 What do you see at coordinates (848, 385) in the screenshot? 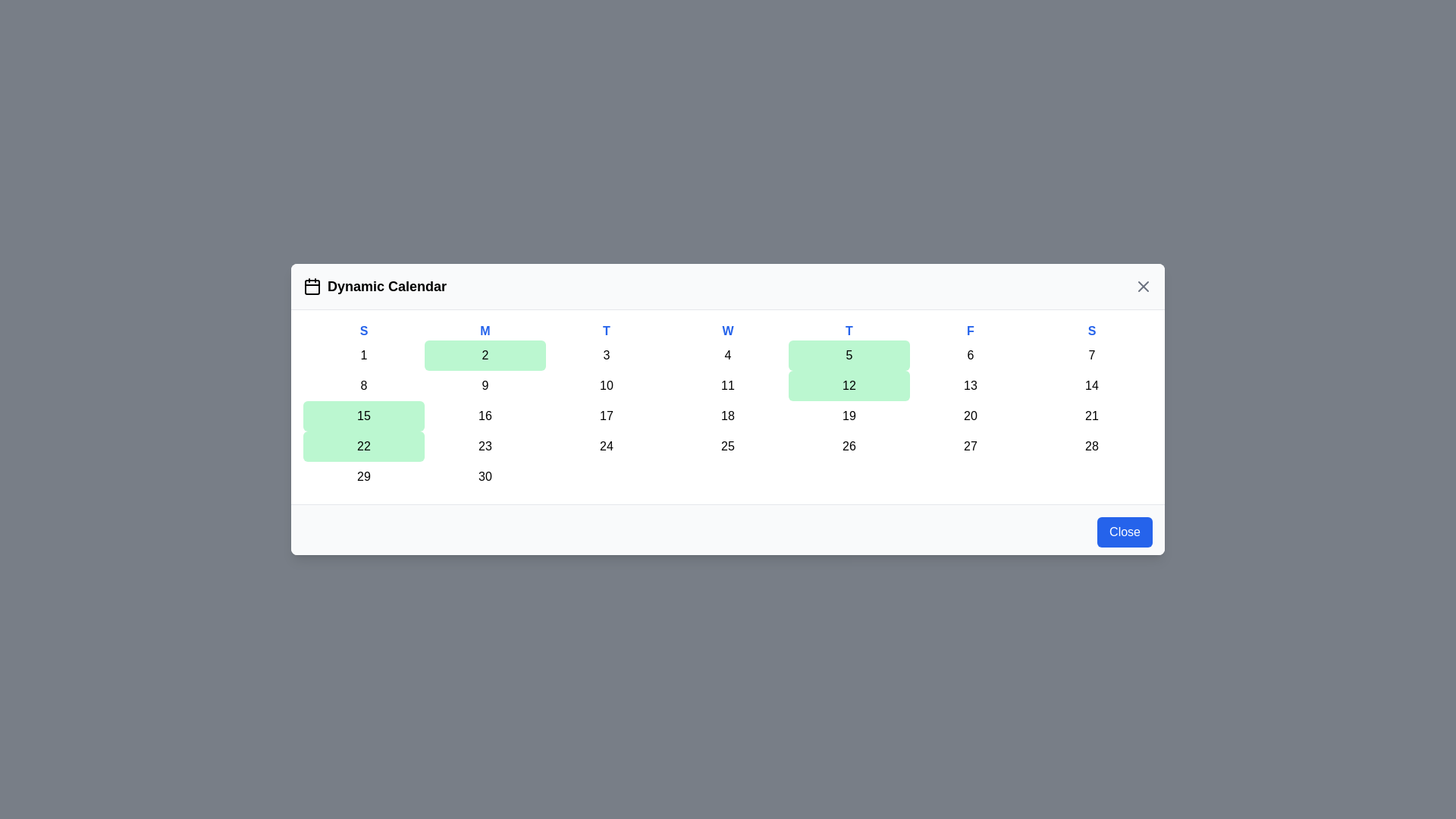
I see `the day cell corresponding to 12` at bounding box center [848, 385].